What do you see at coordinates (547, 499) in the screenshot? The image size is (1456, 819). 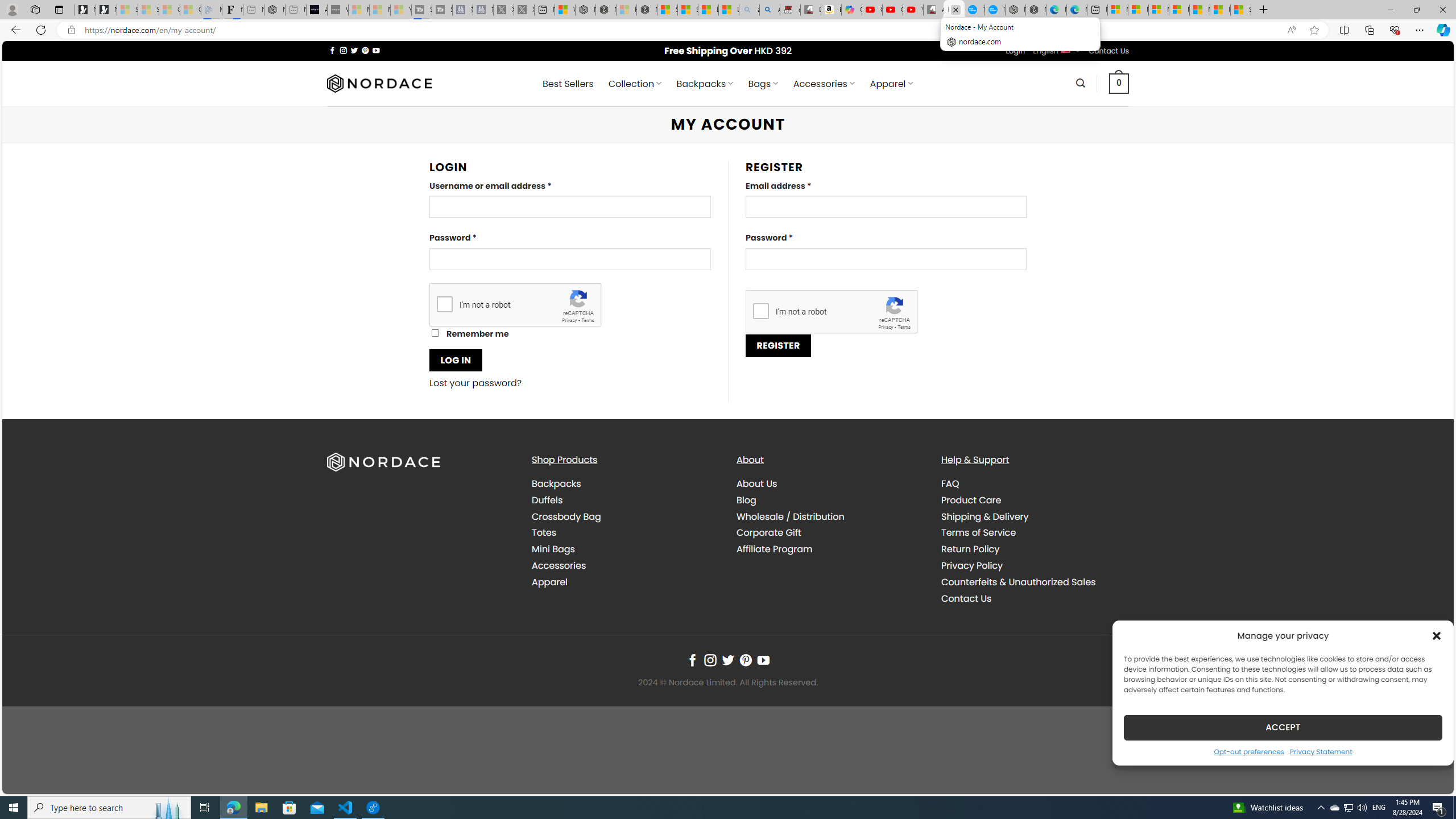 I see `'Duffels'` at bounding box center [547, 499].